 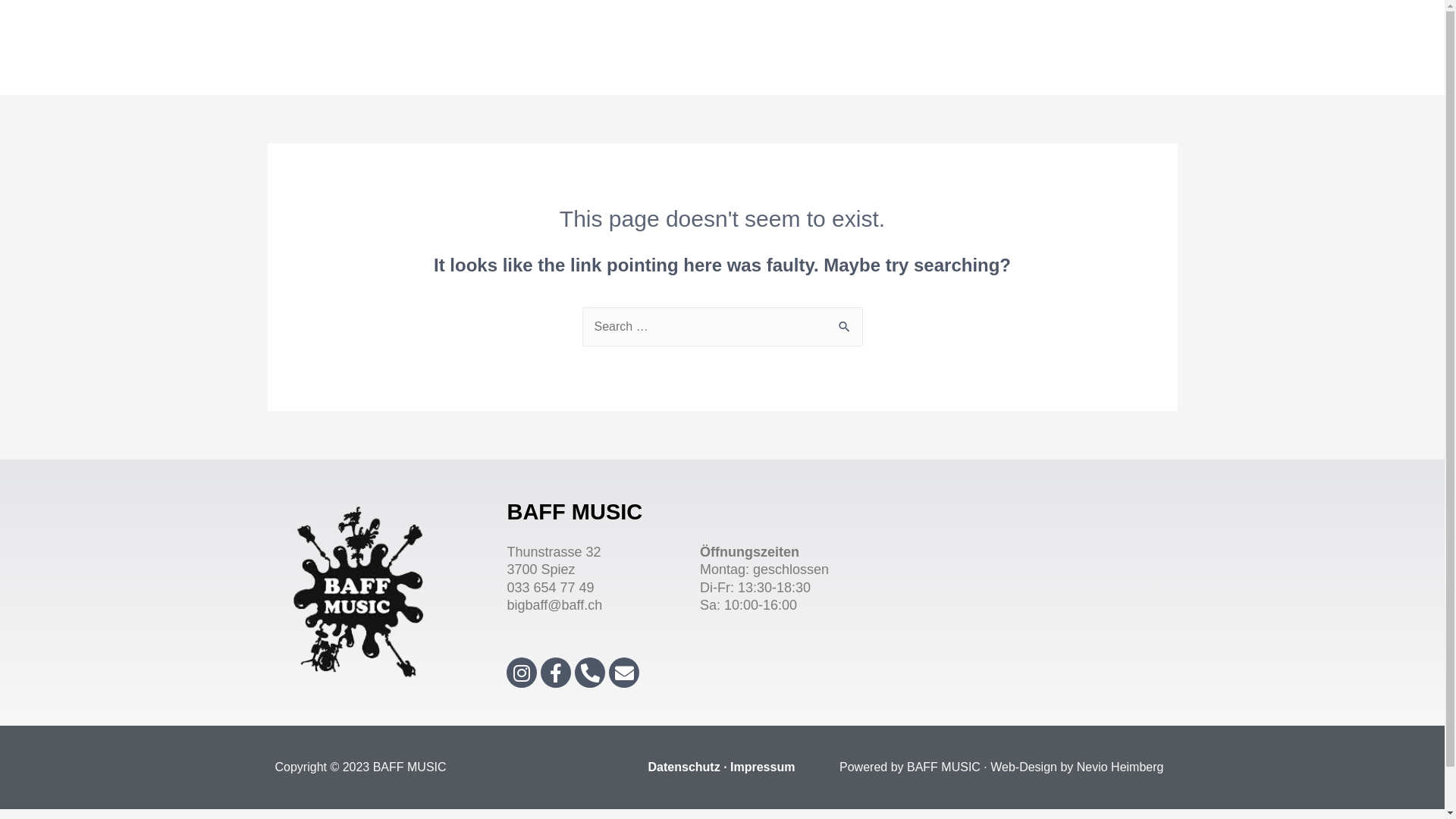 I want to click on 'Datenschutz', so click(x=683, y=767).